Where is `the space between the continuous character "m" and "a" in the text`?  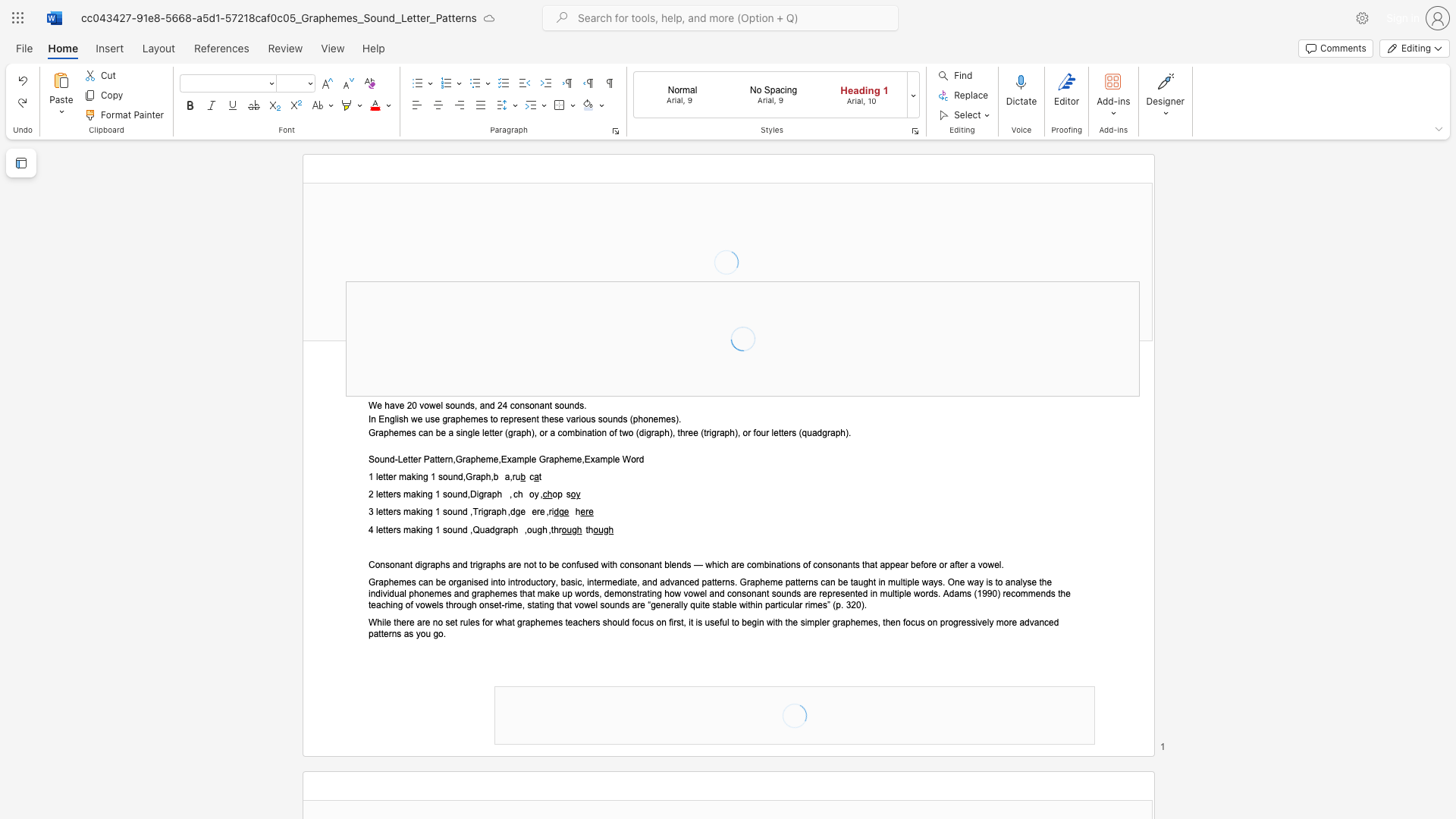 the space between the continuous character "m" and "a" in the text is located at coordinates (410, 529).